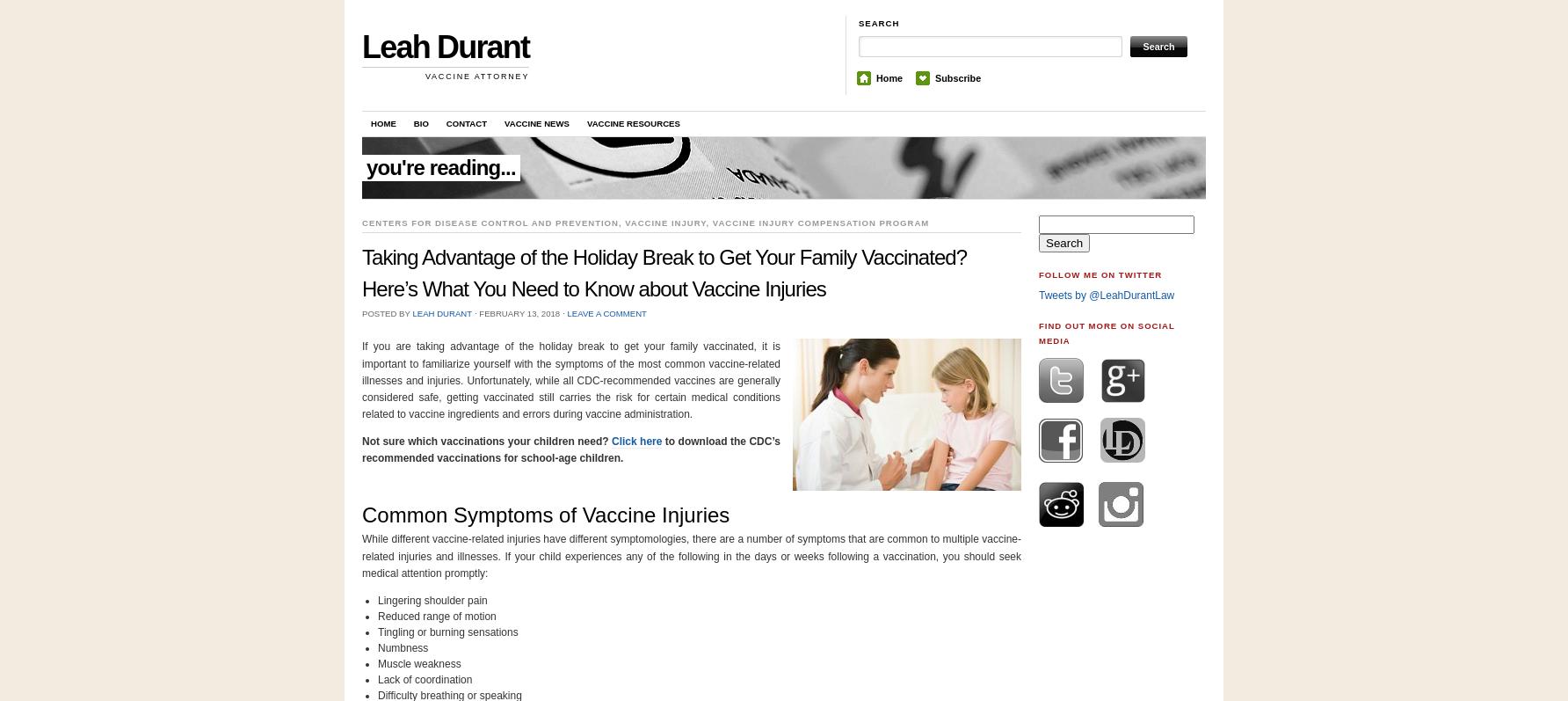  What do you see at coordinates (889, 77) in the screenshot?
I see `'Home'` at bounding box center [889, 77].